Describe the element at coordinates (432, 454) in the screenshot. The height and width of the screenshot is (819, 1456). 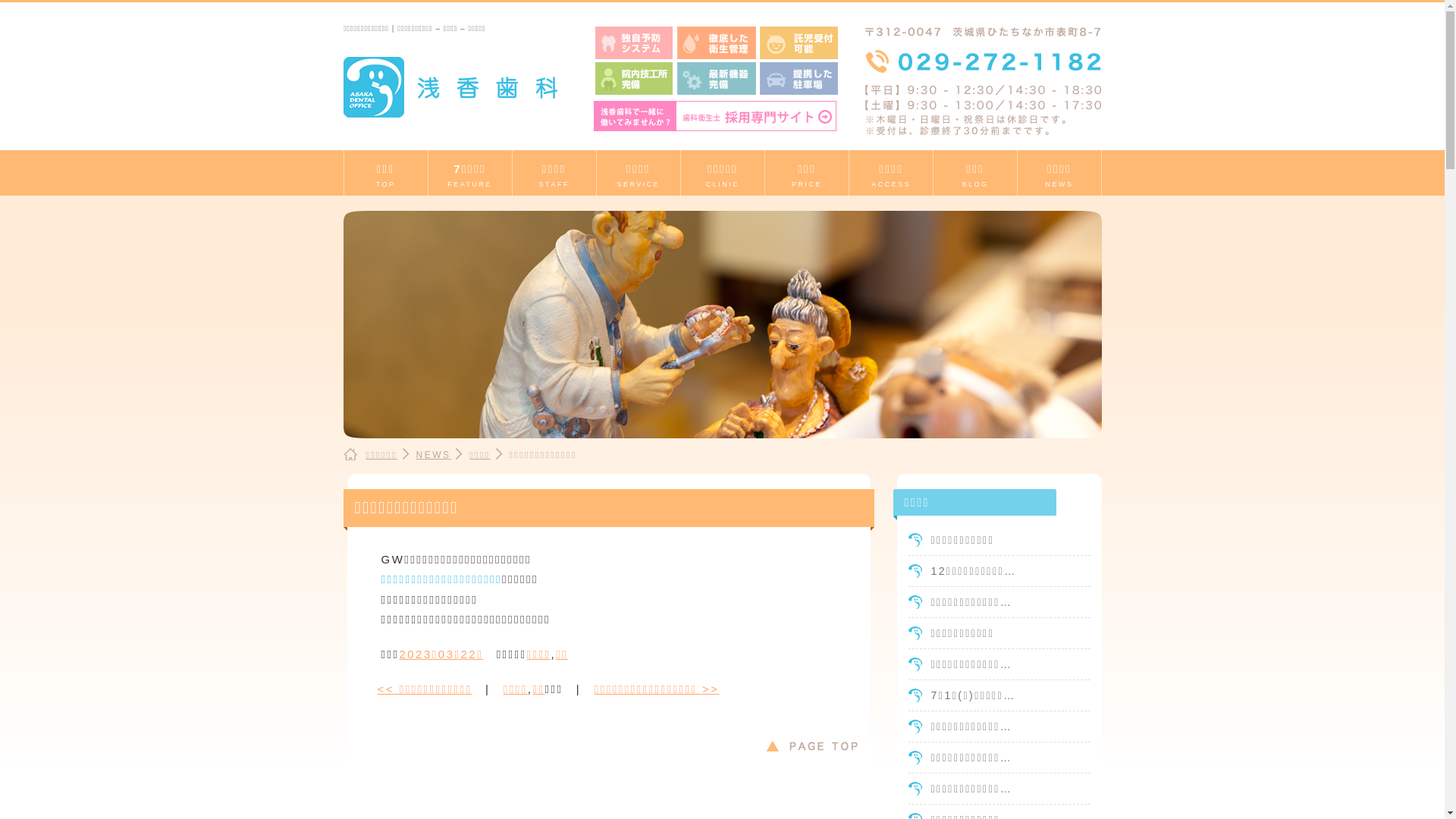
I see `'NEWS'` at that location.